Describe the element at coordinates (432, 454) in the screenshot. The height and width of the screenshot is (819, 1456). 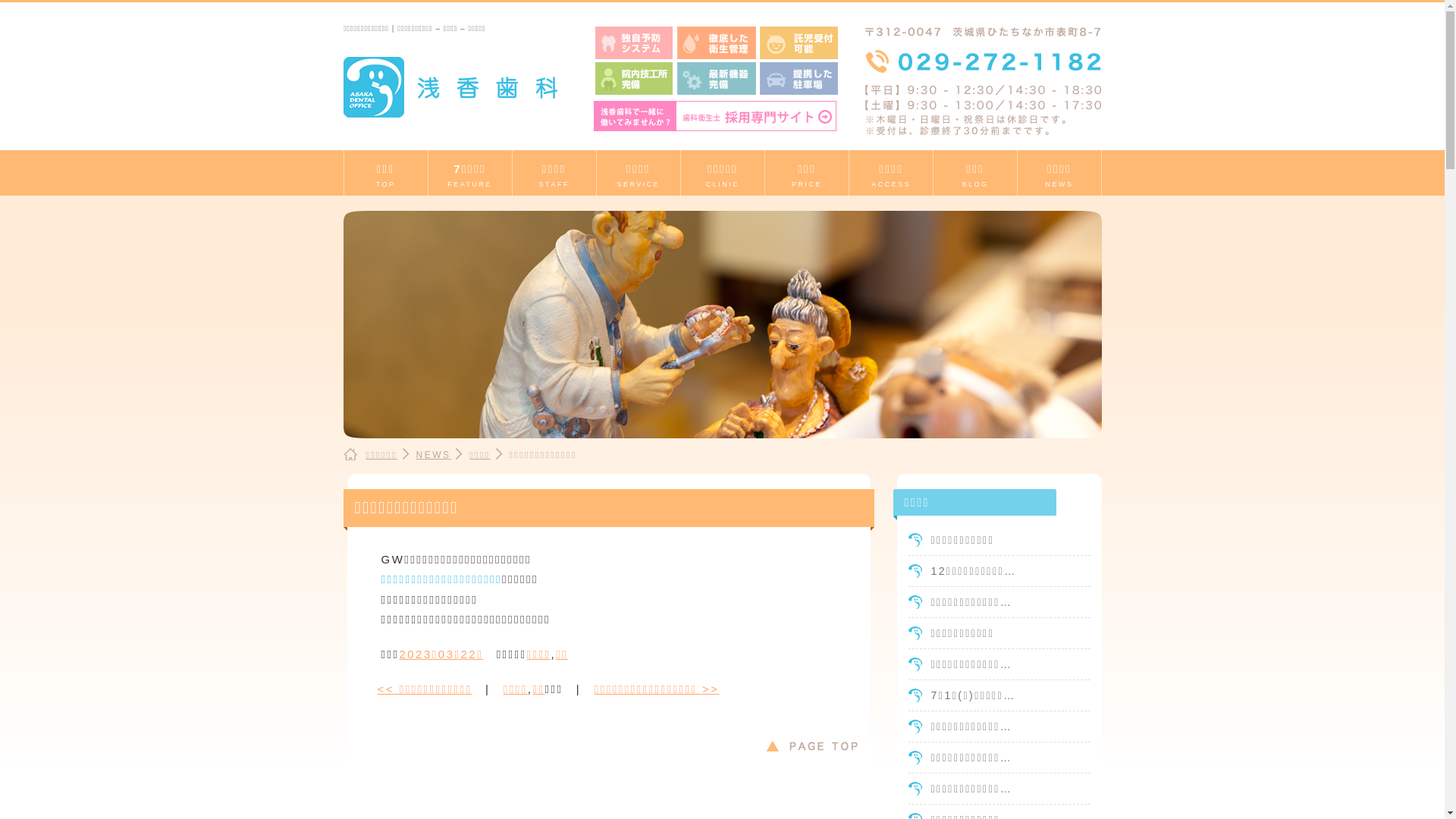
I see `'NEWS'` at that location.